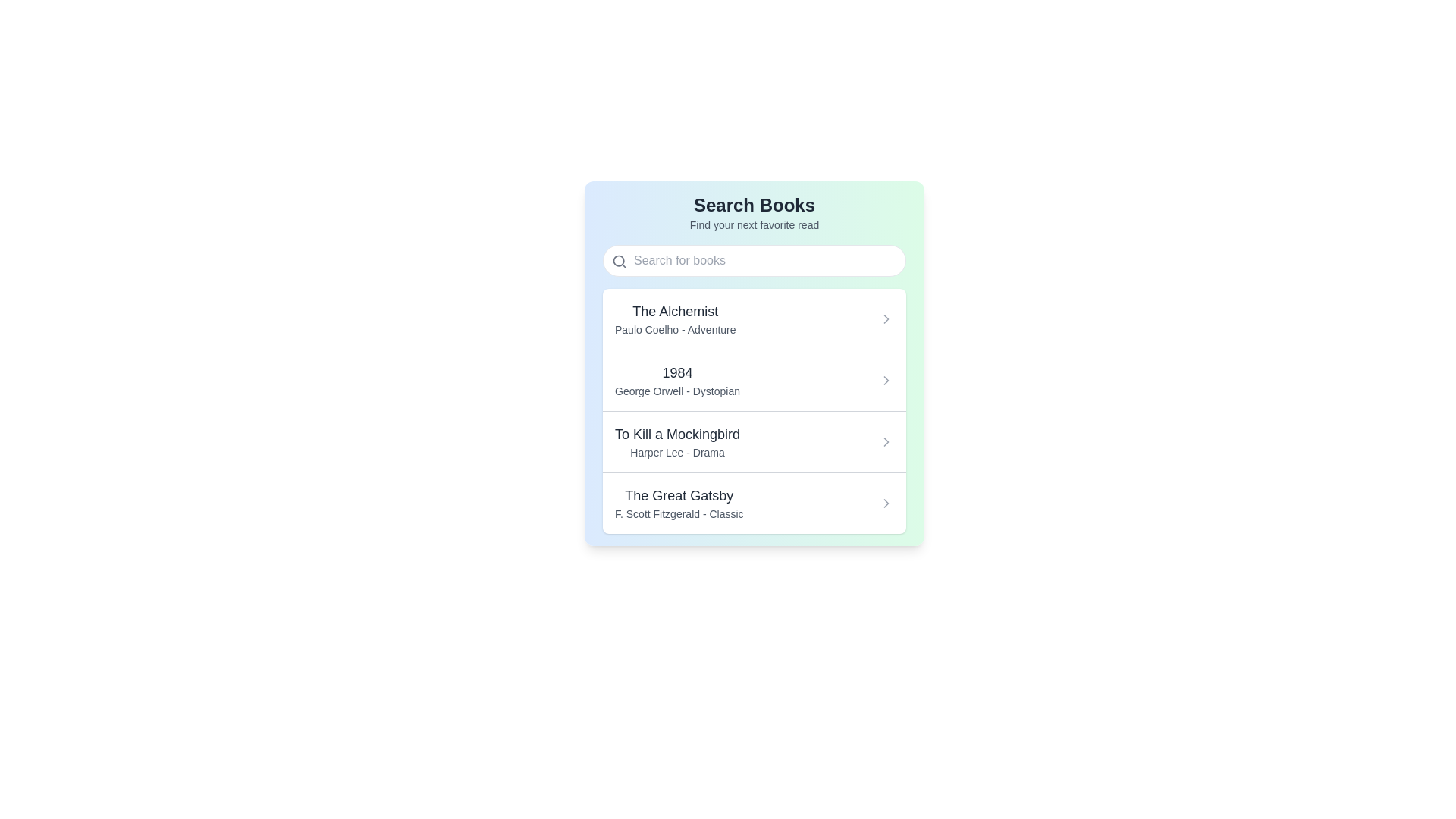 The height and width of the screenshot is (819, 1456). Describe the element at coordinates (886, 379) in the screenshot. I see `the small right-pointing chevron icon located at the far right of the list item labeled '1984 George Orwell - Dystopian'` at that location.